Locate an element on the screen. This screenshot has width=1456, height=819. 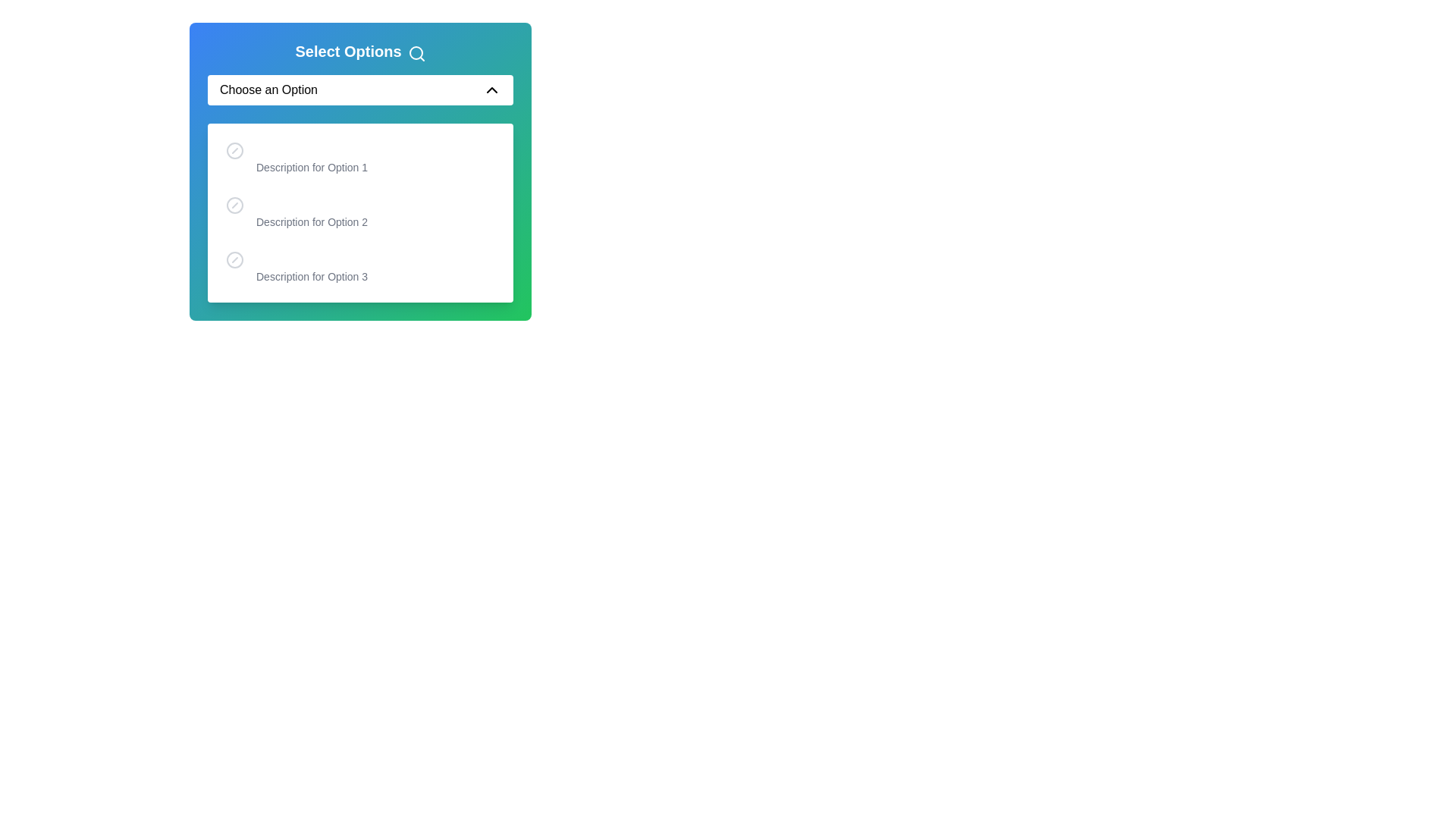
the upward-pointing chevron icon located to the right of the 'Choose an Option' text is located at coordinates (491, 89).